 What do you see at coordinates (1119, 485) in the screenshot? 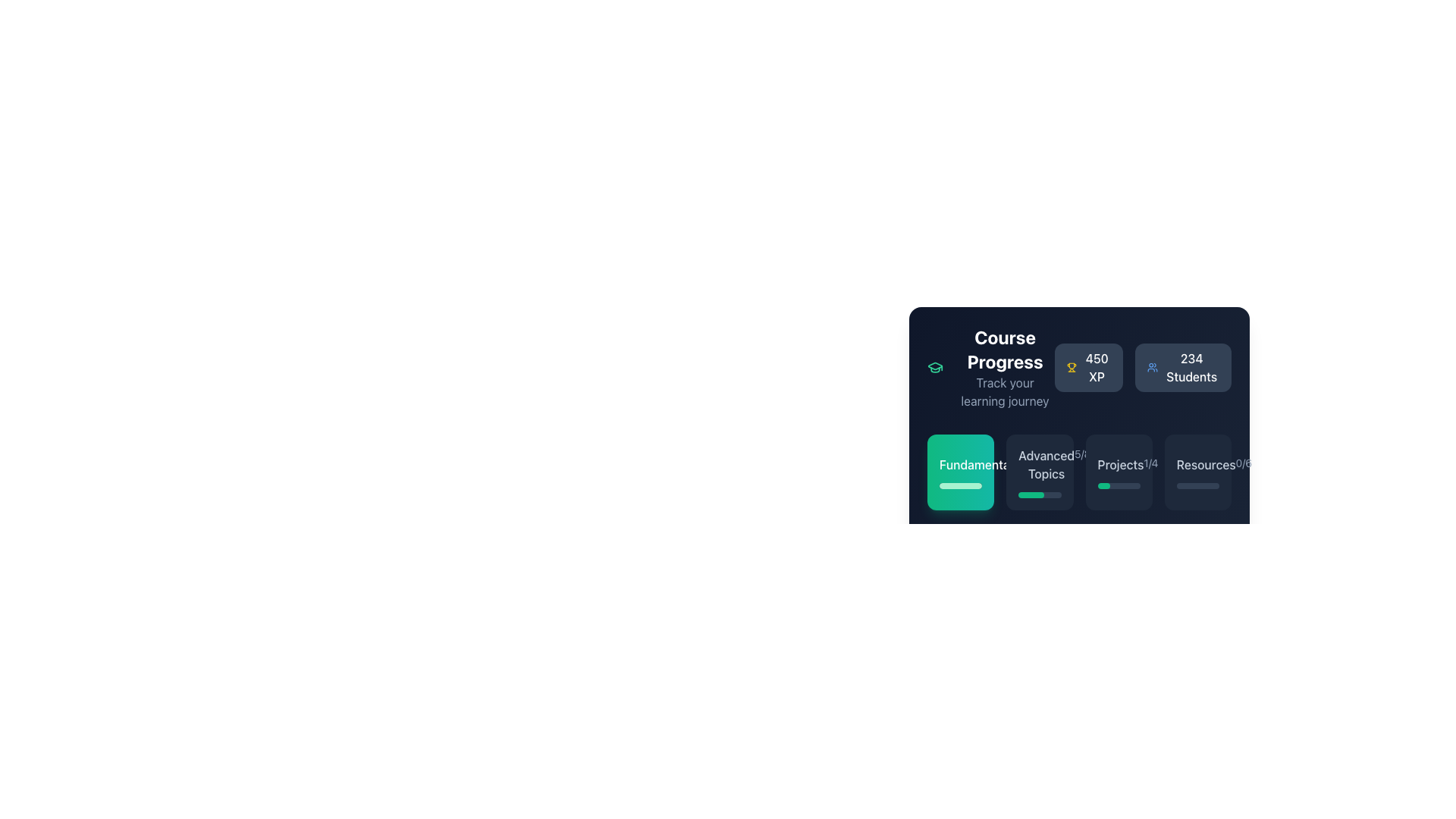
I see `progress bar located within the 'Projects' card under the 'Course Progress' header to check the progress percentage` at bounding box center [1119, 485].